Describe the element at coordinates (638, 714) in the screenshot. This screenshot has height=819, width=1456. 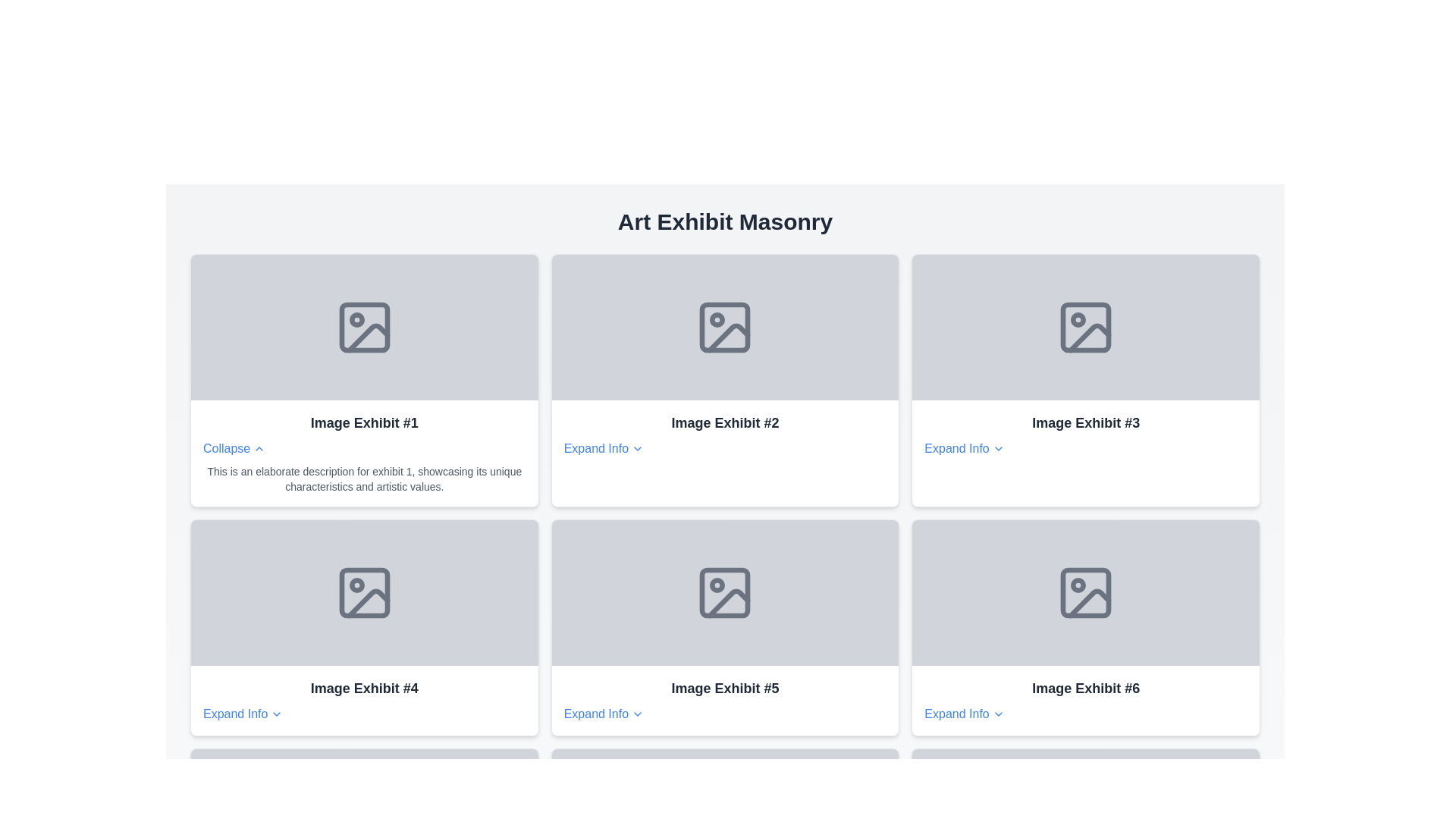
I see `the interactive icon located at the bottom center of the 'Image Exhibit #5' card` at that location.